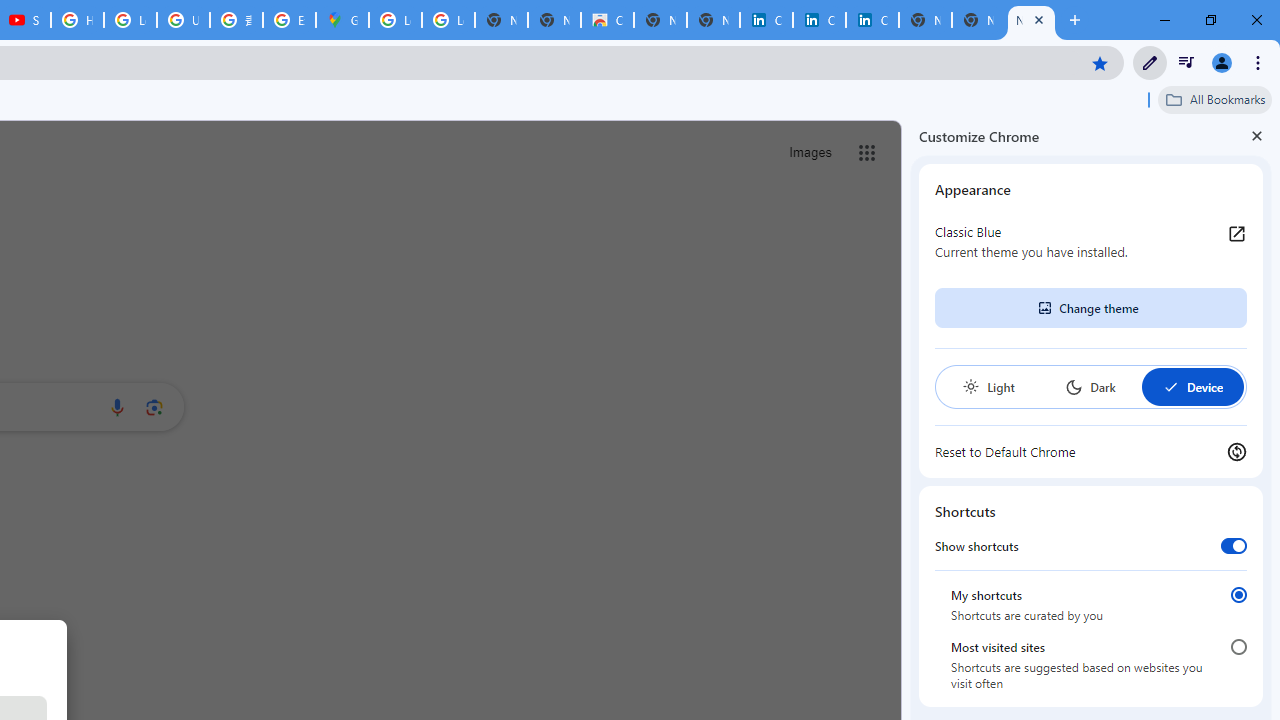 This screenshot has height=720, width=1280. Describe the element at coordinates (1192, 387) in the screenshot. I see `'Device'` at that location.